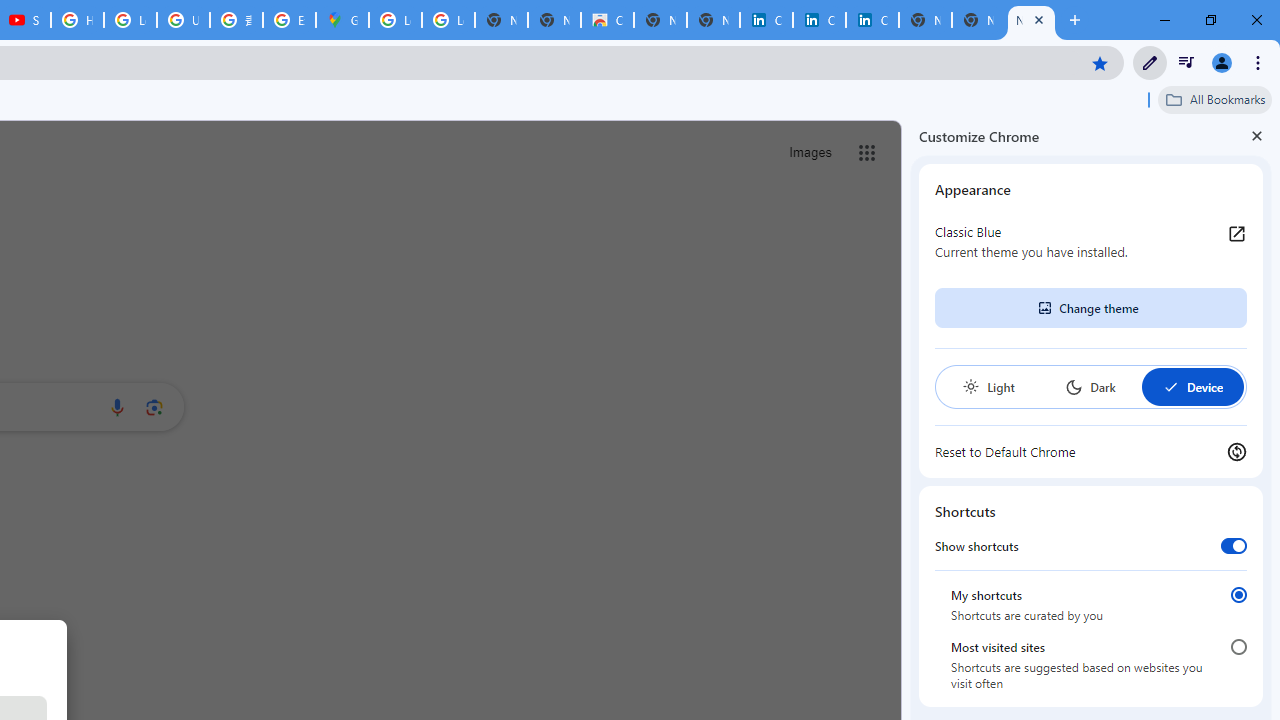 This screenshot has height=720, width=1280. Describe the element at coordinates (1192, 387) in the screenshot. I see `'Device'` at that location.